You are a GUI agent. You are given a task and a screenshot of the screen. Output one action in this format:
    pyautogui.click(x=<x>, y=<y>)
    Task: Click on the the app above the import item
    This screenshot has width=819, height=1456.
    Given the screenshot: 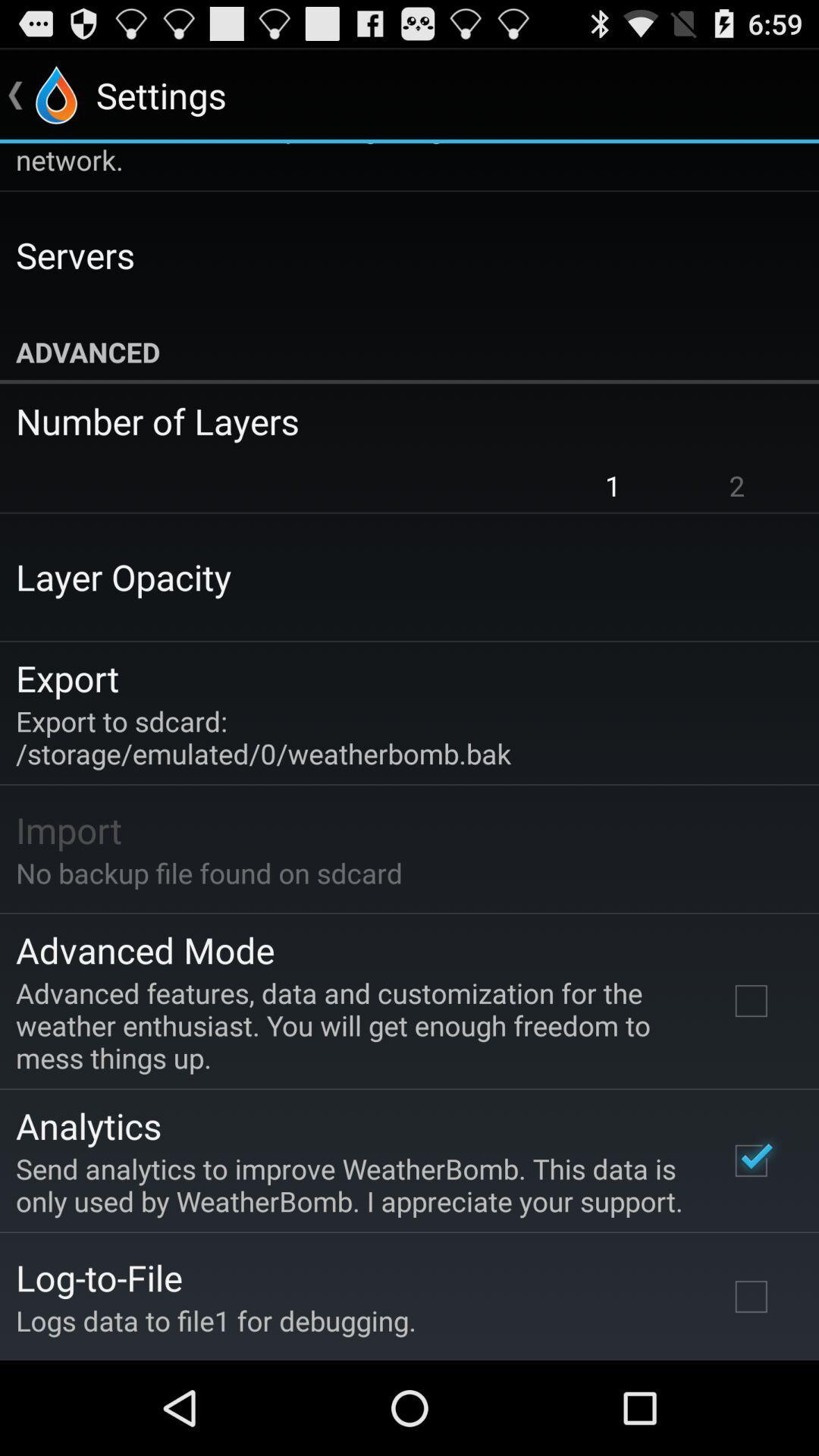 What is the action you would take?
    pyautogui.click(x=262, y=737)
    